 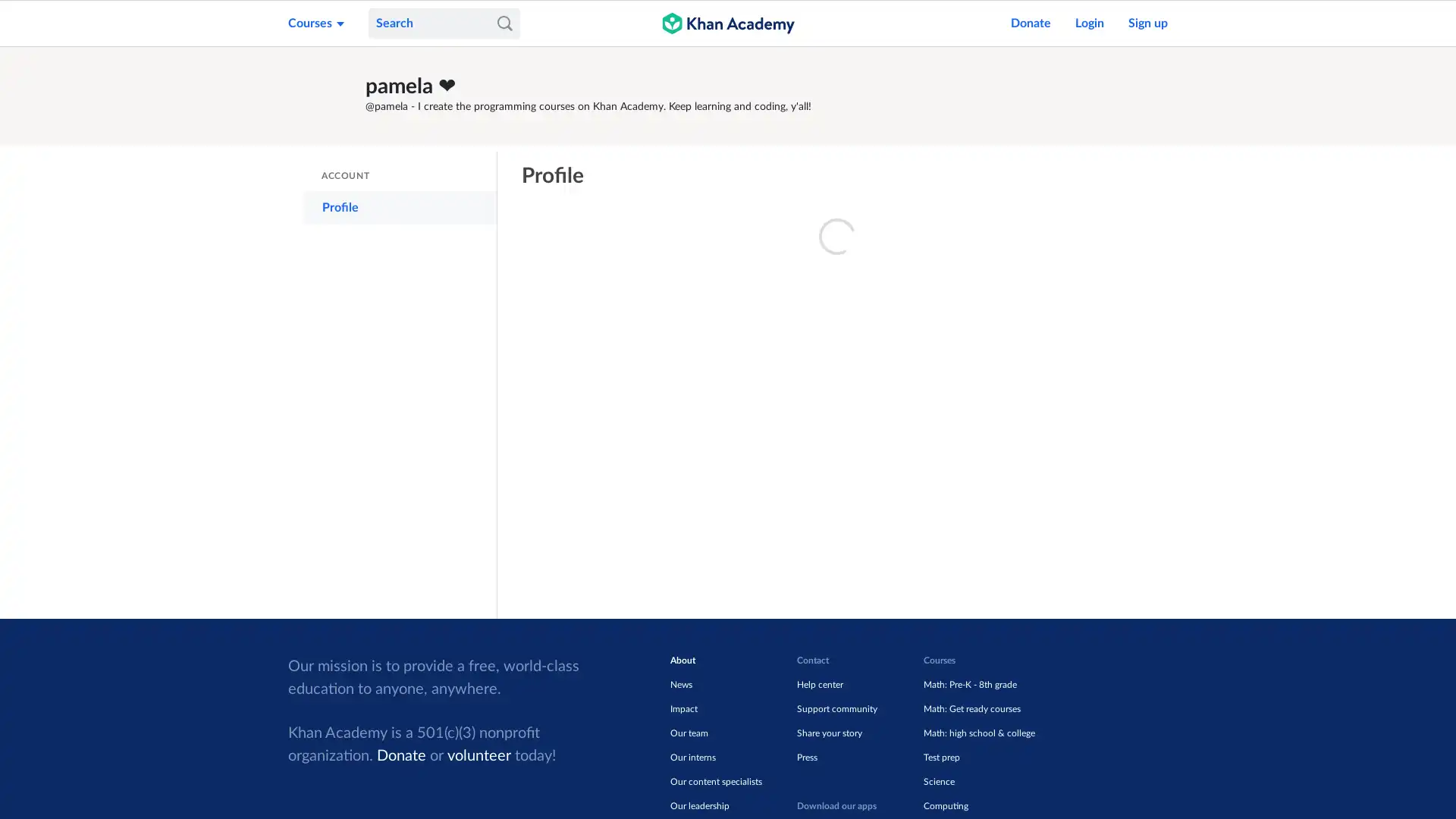 What do you see at coordinates (323, 96) in the screenshot?
I see `Jumping Hopper avatar. Click to change your avatar.` at bounding box center [323, 96].